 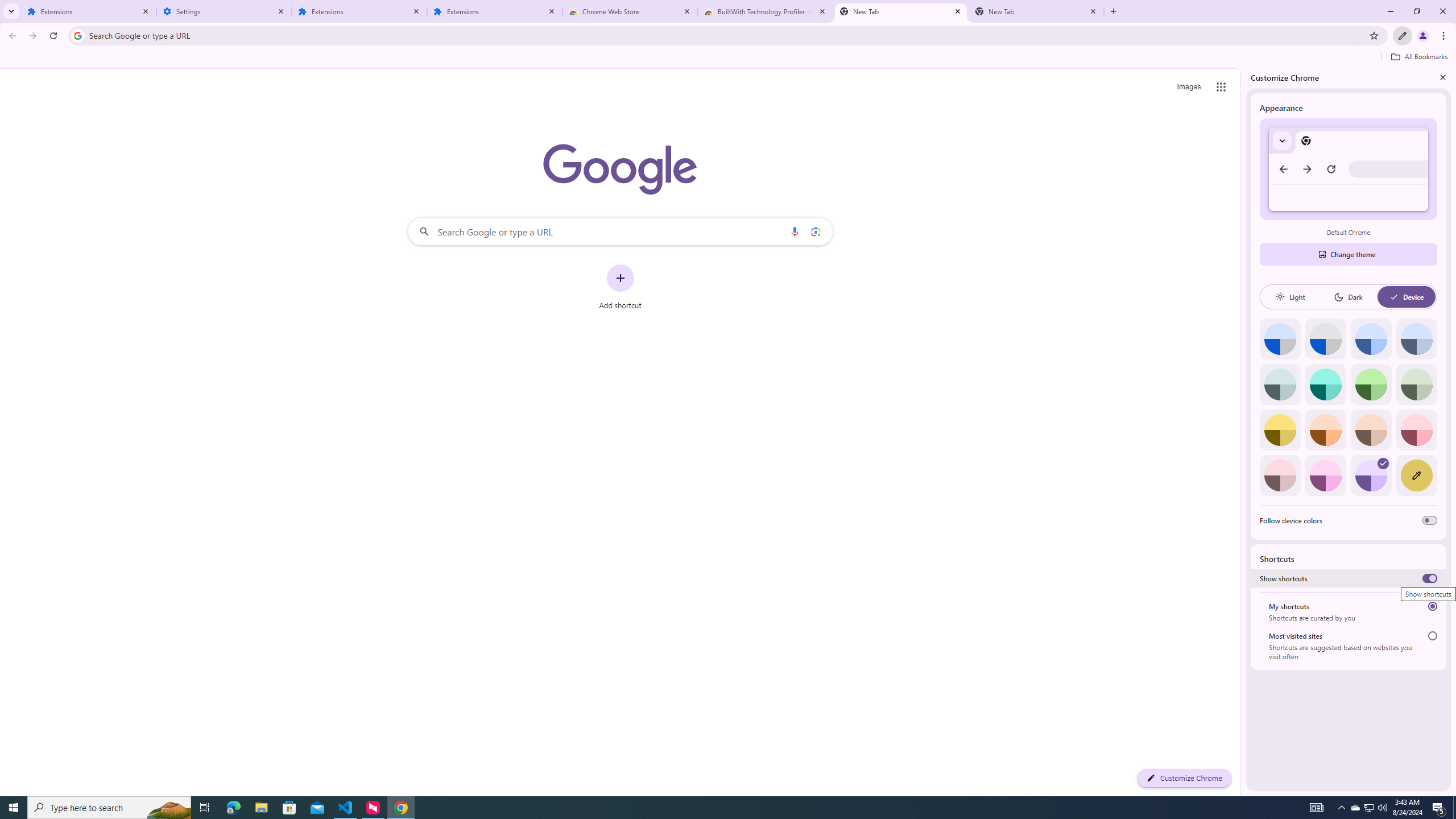 I want to click on 'New Tab', so click(x=1036, y=11).